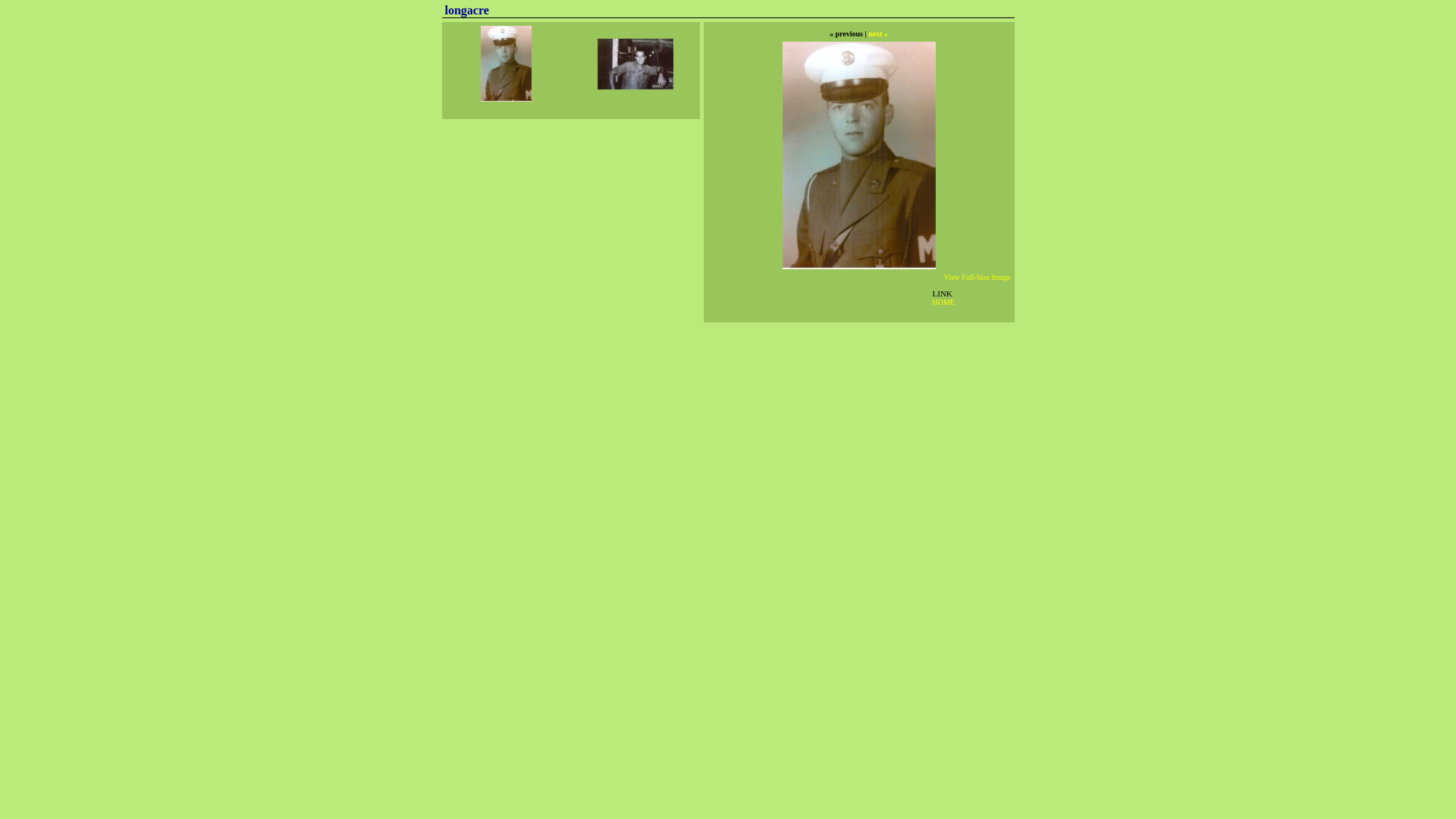  Describe the element at coordinates (977, 277) in the screenshot. I see `'View Full-Size Image'` at that location.